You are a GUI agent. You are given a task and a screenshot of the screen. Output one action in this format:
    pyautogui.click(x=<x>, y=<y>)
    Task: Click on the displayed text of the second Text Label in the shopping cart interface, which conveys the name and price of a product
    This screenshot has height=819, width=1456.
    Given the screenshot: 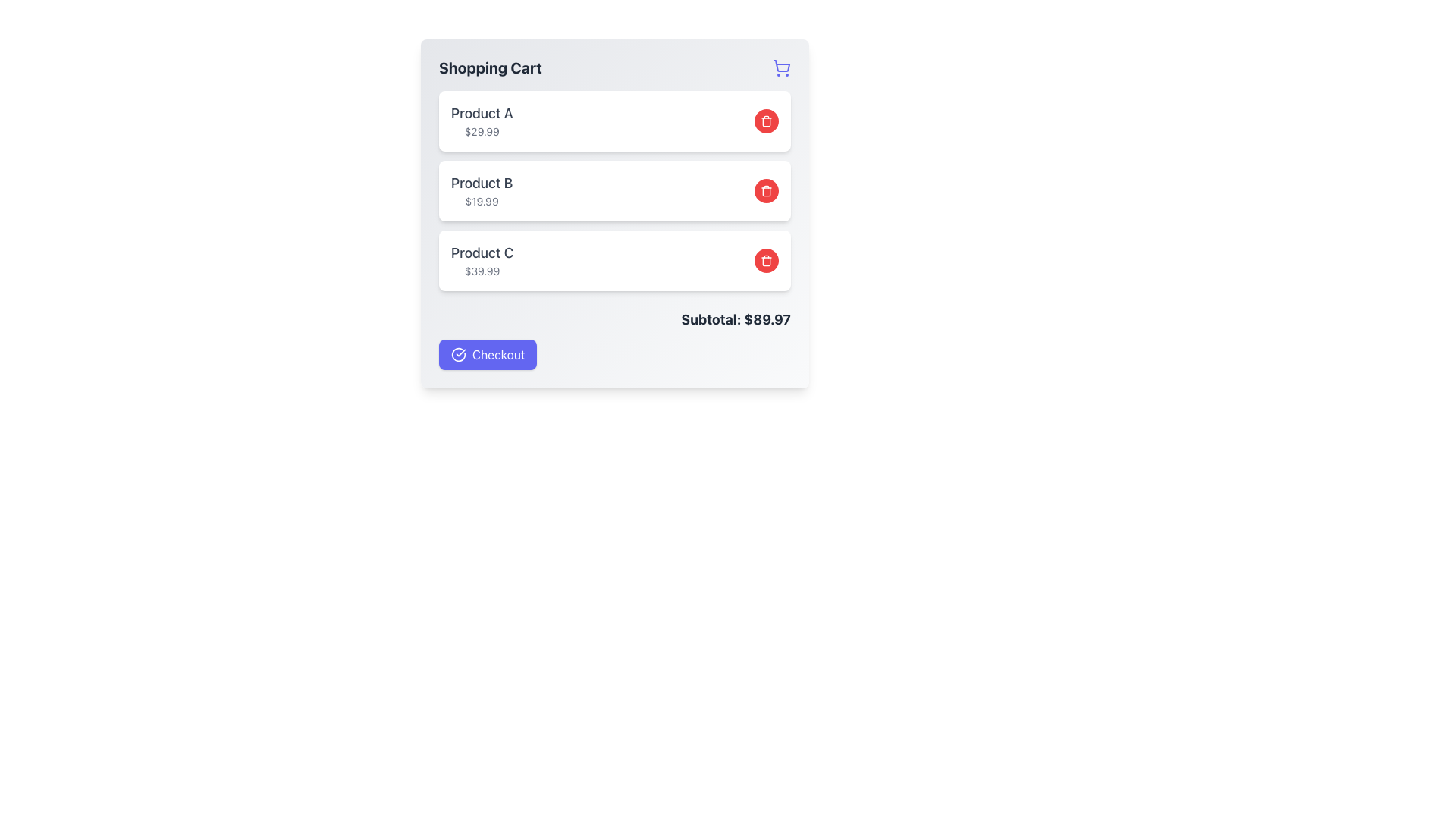 What is the action you would take?
    pyautogui.click(x=481, y=190)
    